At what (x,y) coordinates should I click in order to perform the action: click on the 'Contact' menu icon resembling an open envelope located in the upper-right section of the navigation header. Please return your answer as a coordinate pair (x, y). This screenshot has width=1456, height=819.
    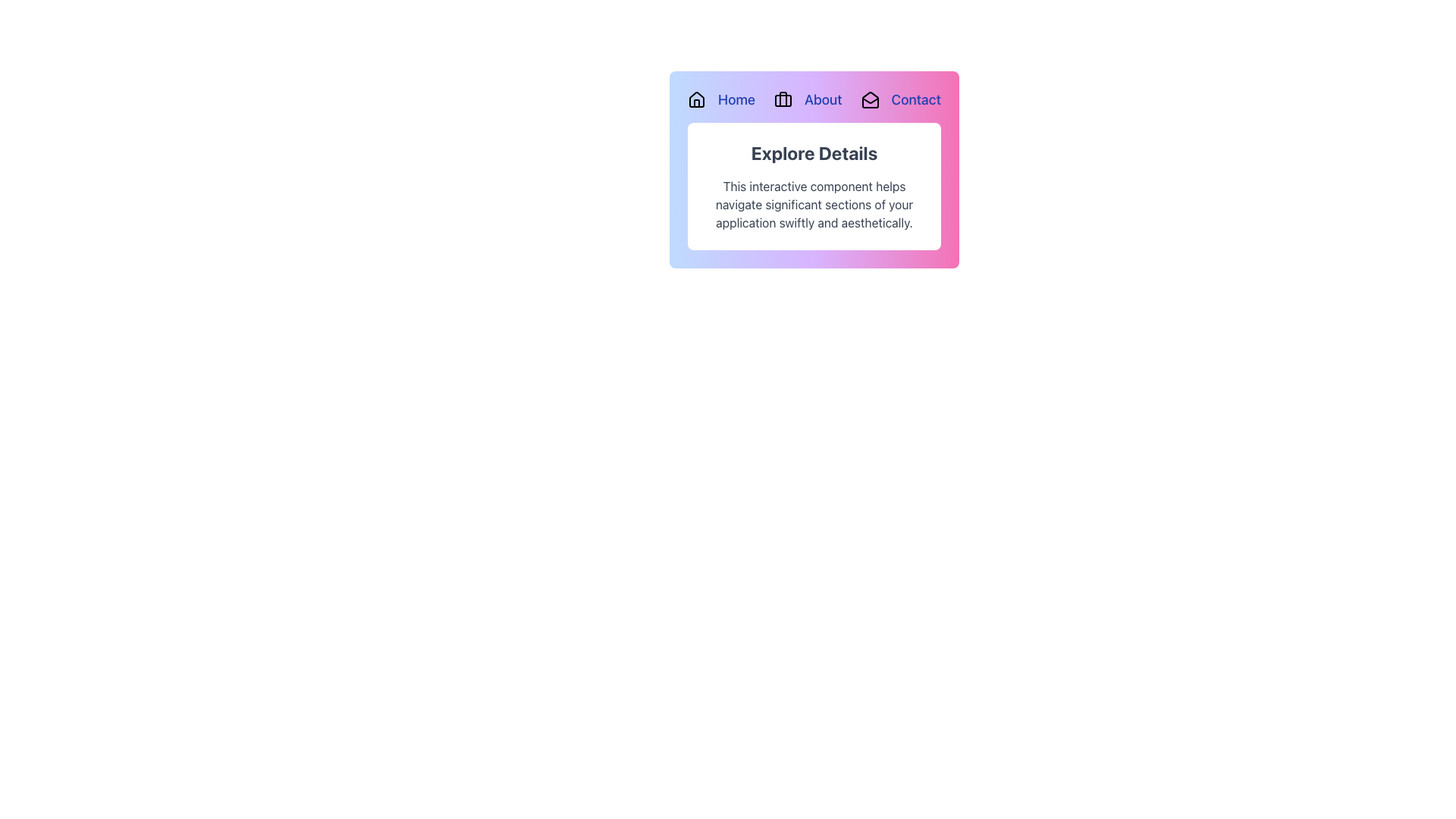
    Looking at the image, I should click on (870, 100).